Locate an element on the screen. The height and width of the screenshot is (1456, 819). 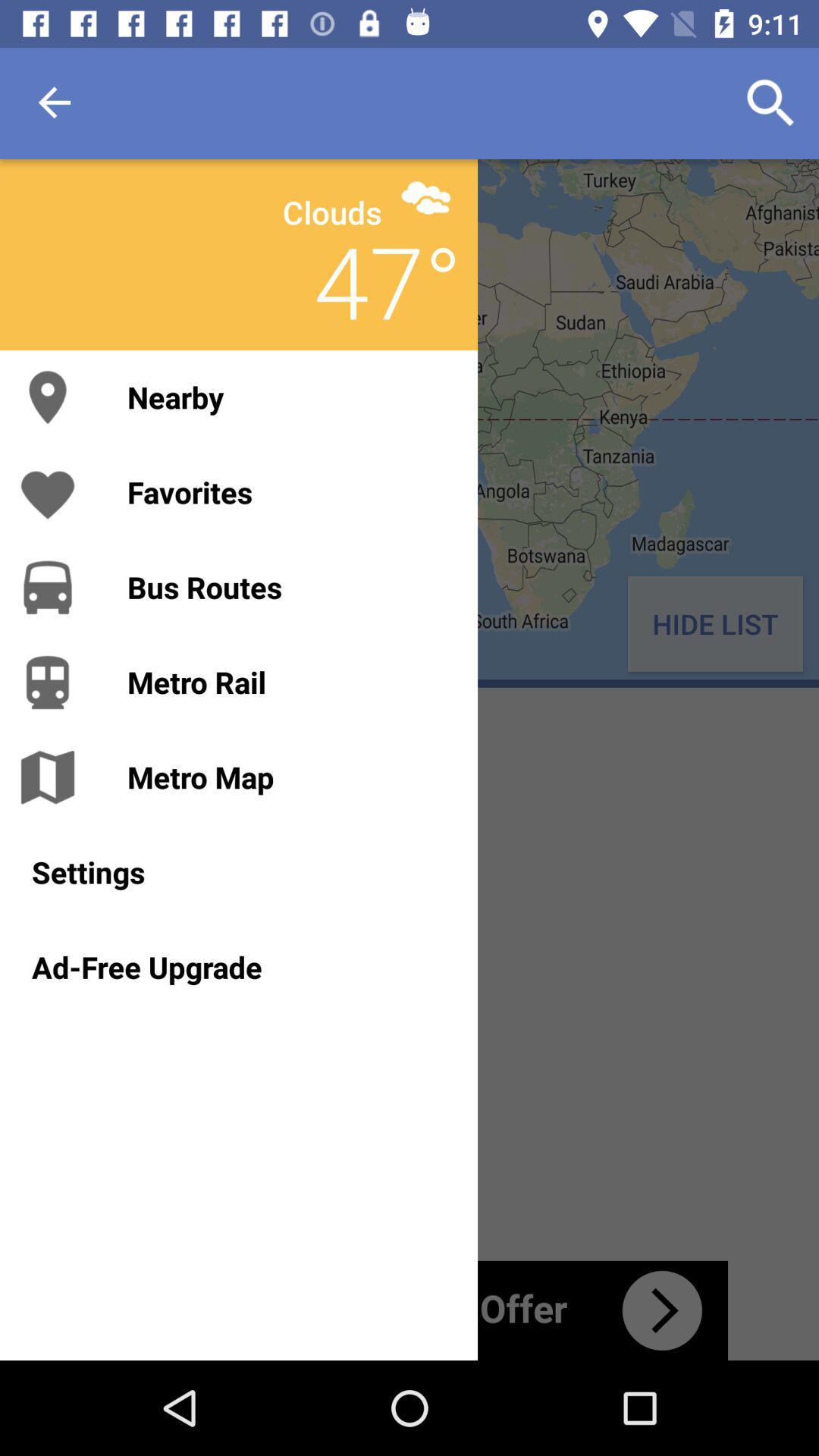
the item above the nearby icon is located at coordinates (387, 281).